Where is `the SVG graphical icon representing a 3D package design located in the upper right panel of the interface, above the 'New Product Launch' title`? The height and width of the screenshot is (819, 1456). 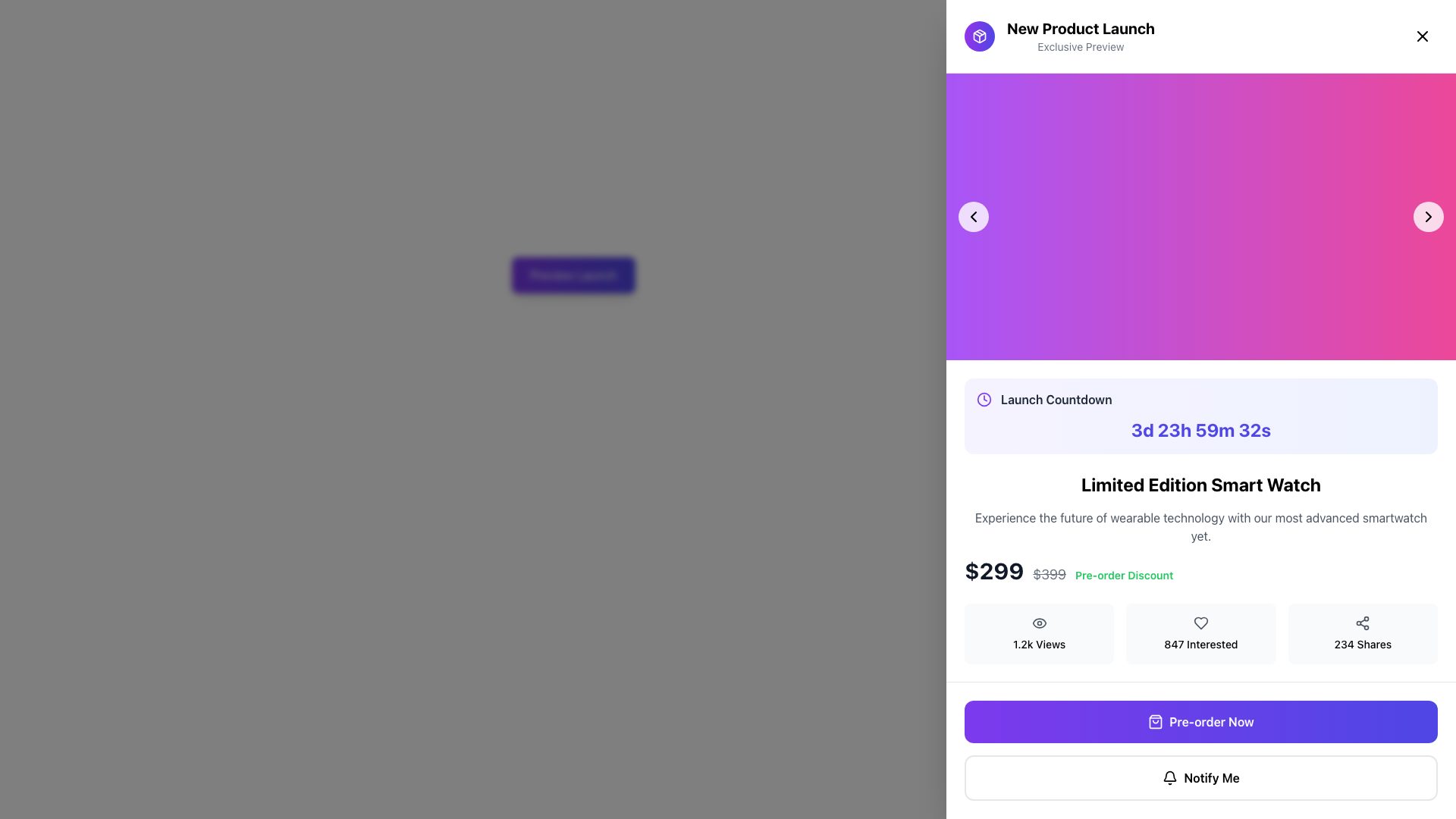 the SVG graphical icon representing a 3D package design located in the upper right panel of the interface, above the 'New Product Launch' title is located at coordinates (979, 35).